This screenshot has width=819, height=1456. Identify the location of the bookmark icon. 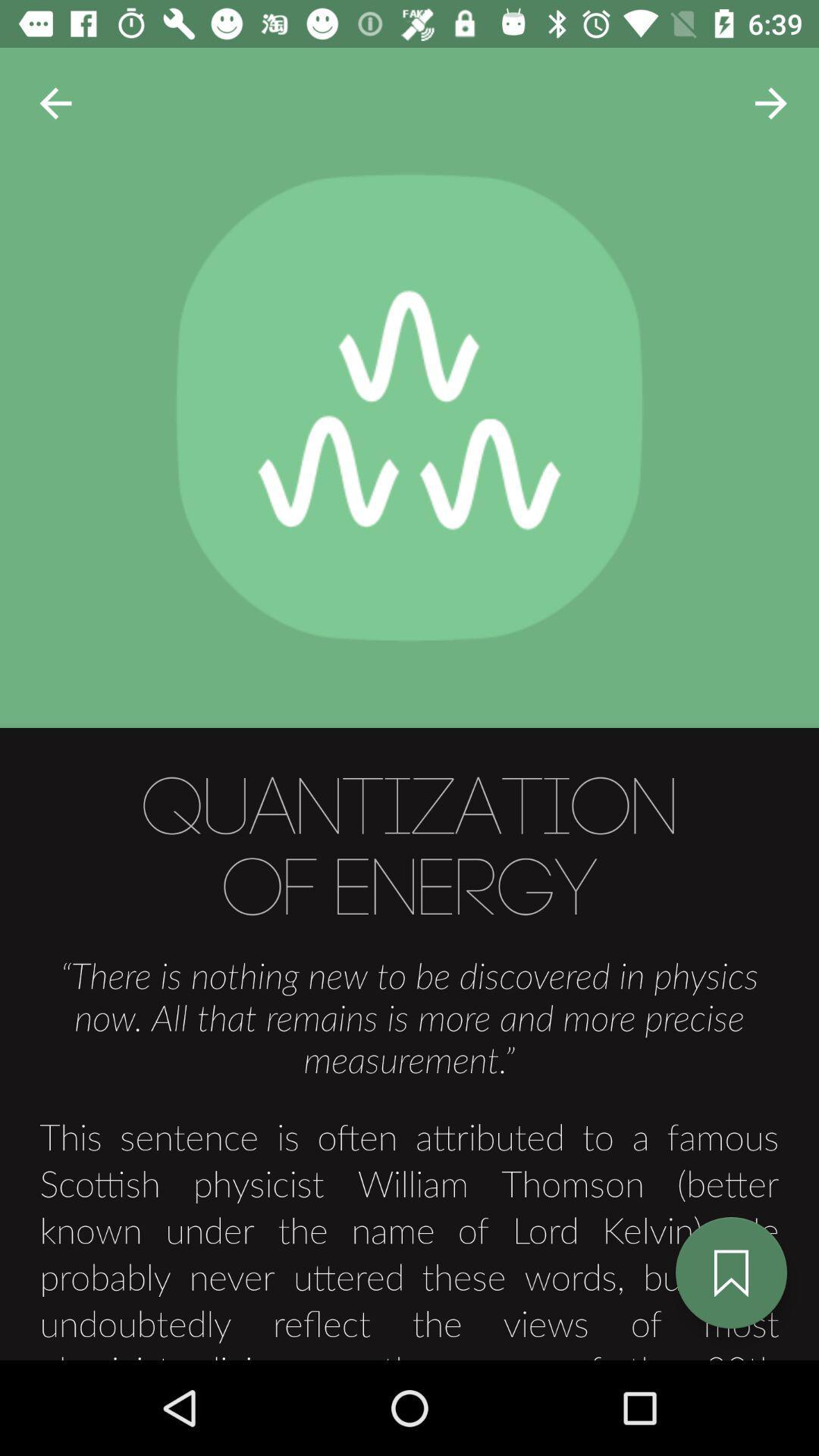
(730, 1272).